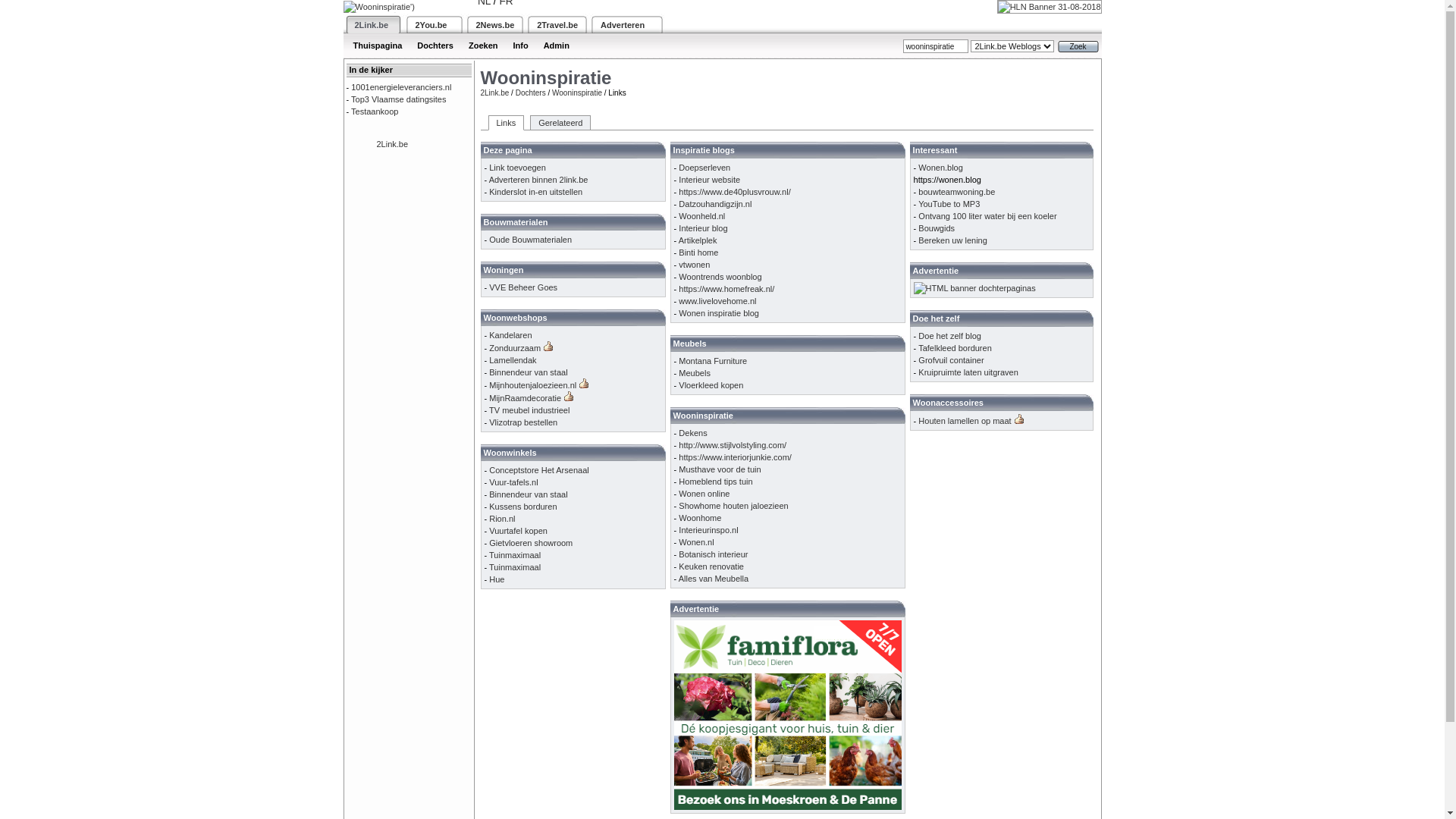  Describe the element at coordinates (710, 566) in the screenshot. I see `'Keuken renovatie'` at that location.